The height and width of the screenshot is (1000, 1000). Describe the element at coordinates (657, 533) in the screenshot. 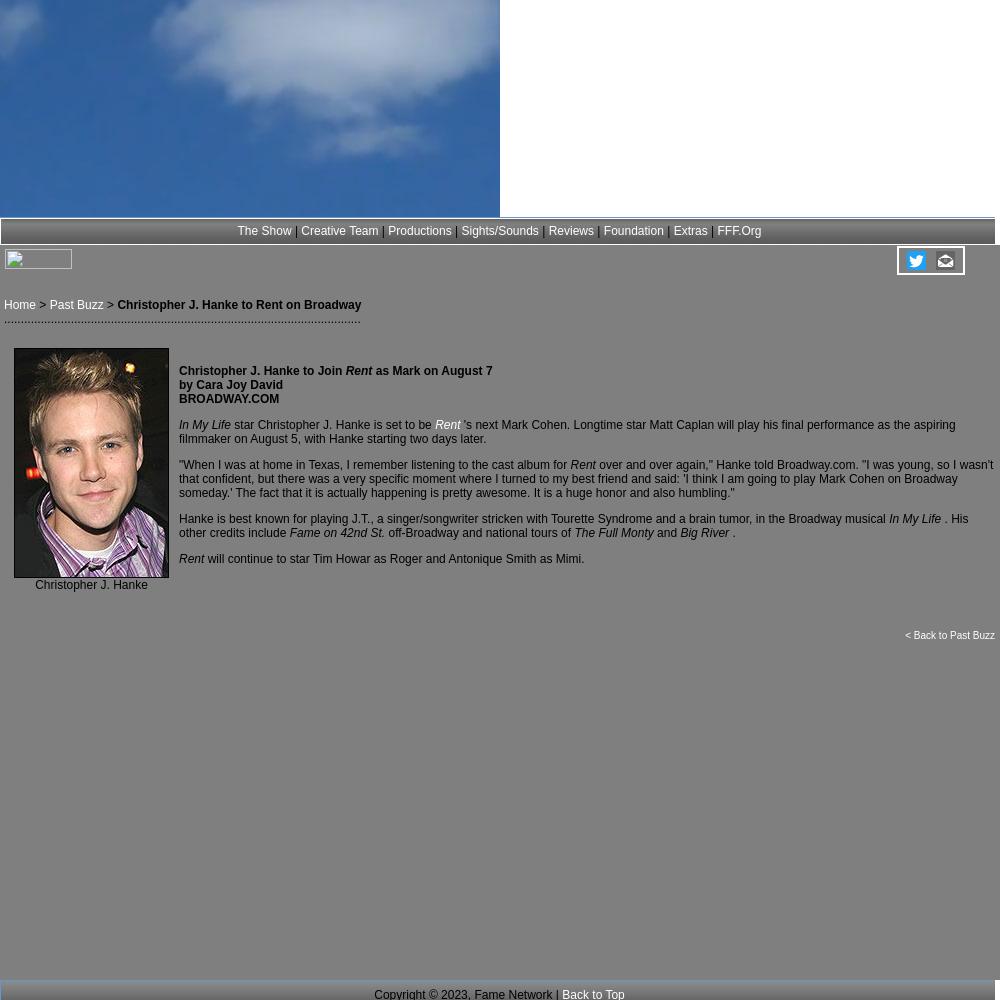

I see `'and'` at that location.